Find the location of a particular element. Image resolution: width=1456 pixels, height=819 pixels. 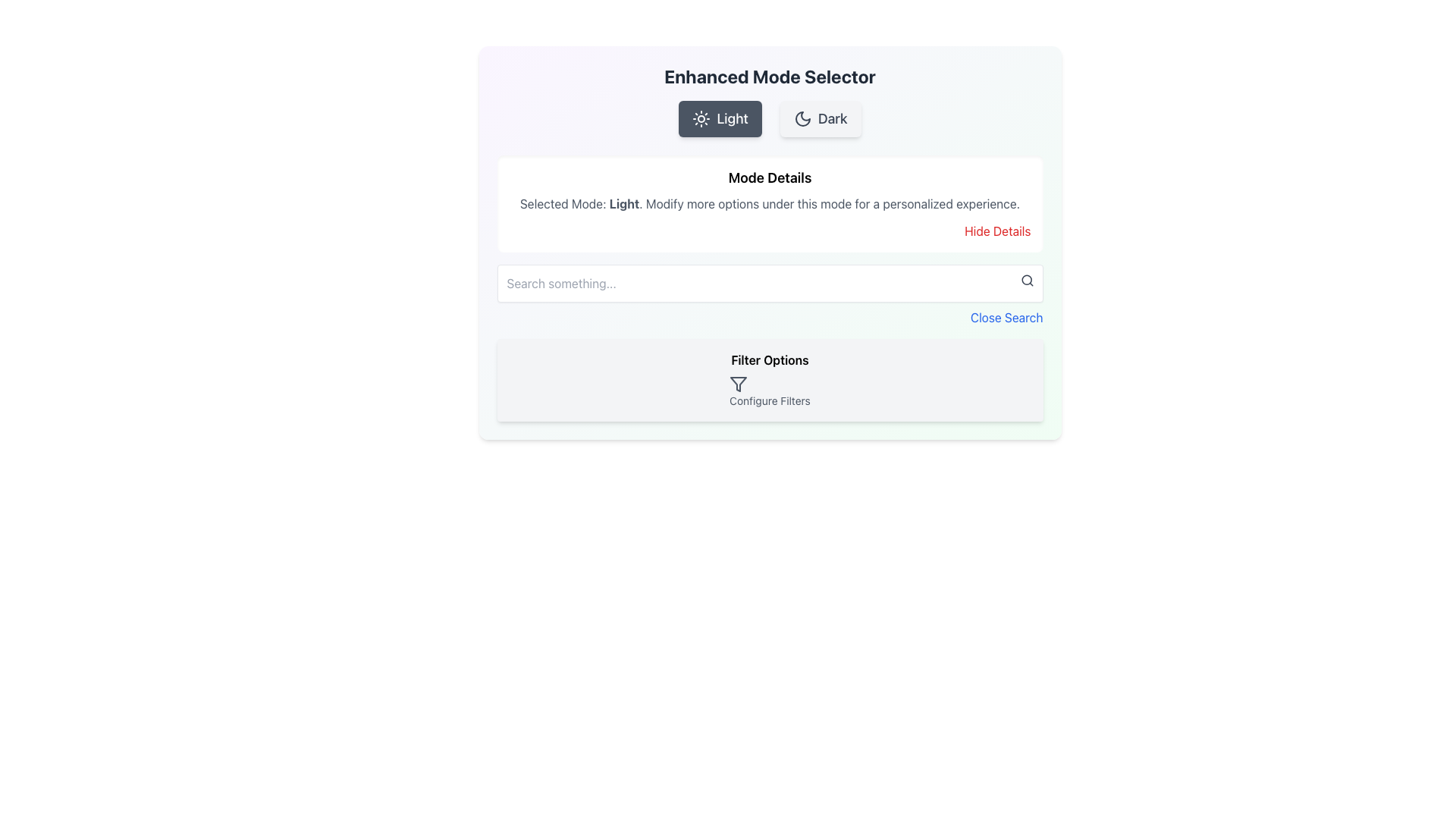

the 'Close Search' hyperlink located at the far-right end of the search bar in the 'Enhanced Mode Selector' section is located at coordinates (770, 295).